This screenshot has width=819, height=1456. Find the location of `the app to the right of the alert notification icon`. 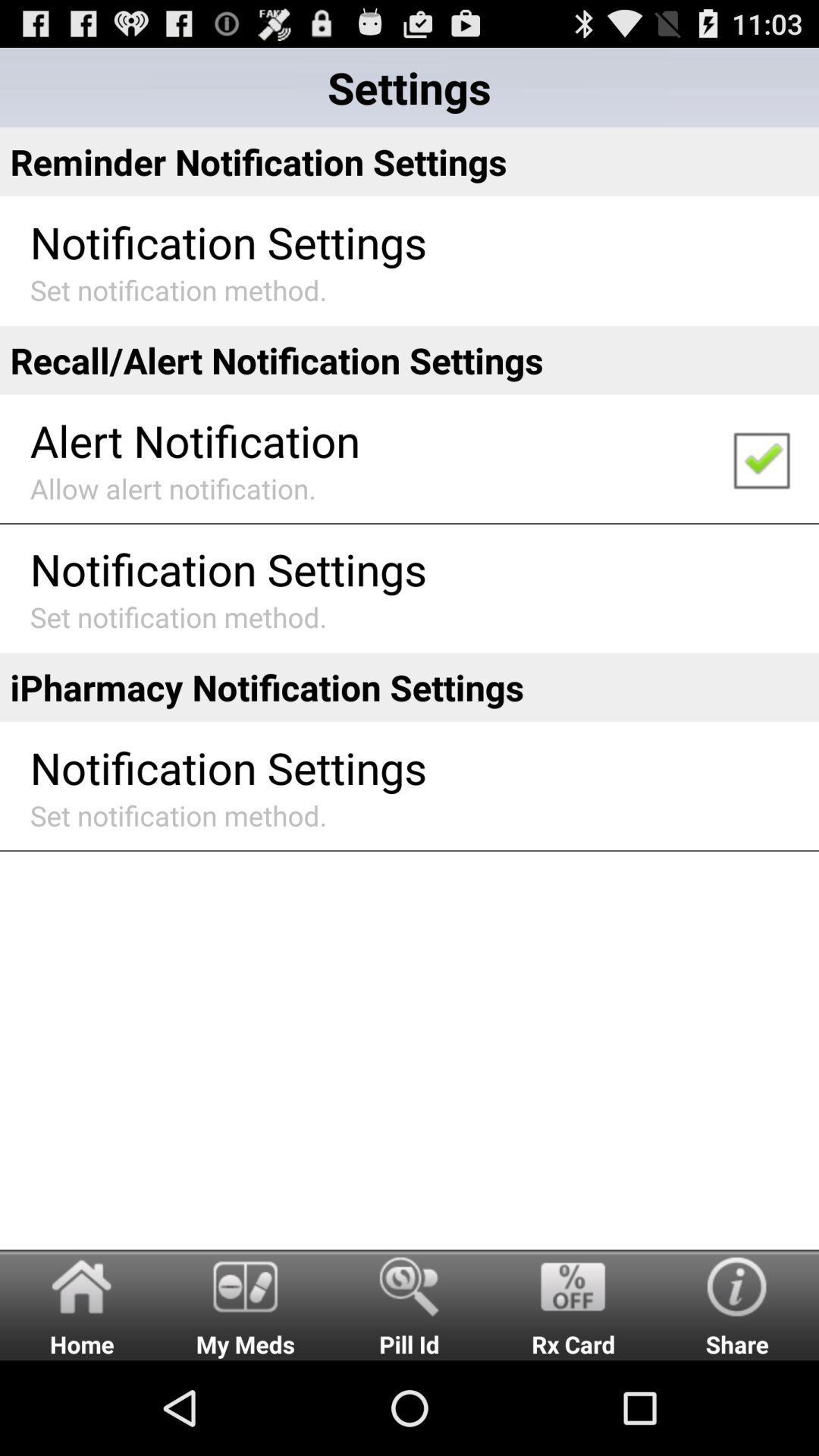

the app to the right of the alert notification icon is located at coordinates (761, 458).